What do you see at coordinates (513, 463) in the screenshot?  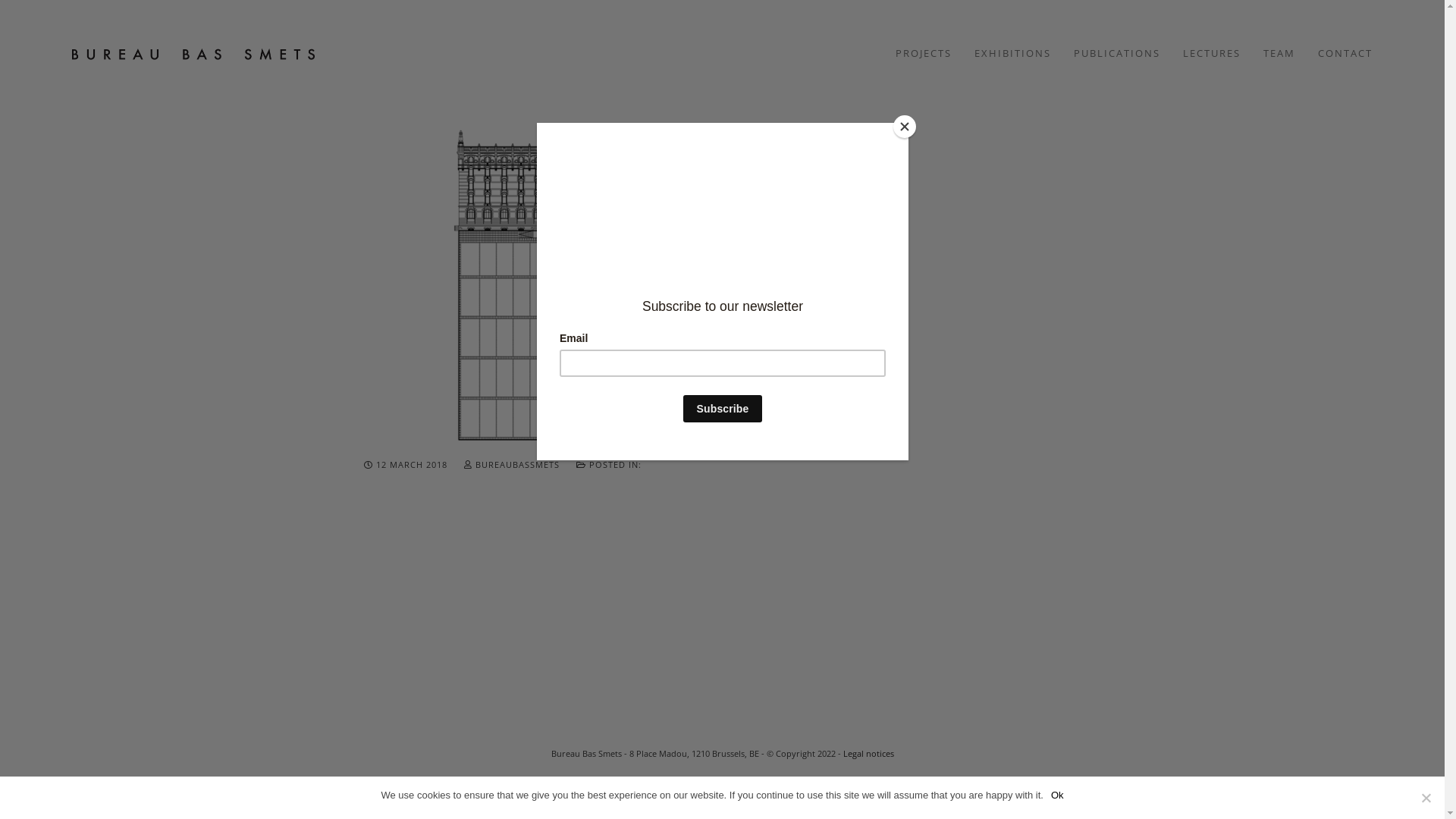 I see `'BUREAUBASSMETS'` at bounding box center [513, 463].